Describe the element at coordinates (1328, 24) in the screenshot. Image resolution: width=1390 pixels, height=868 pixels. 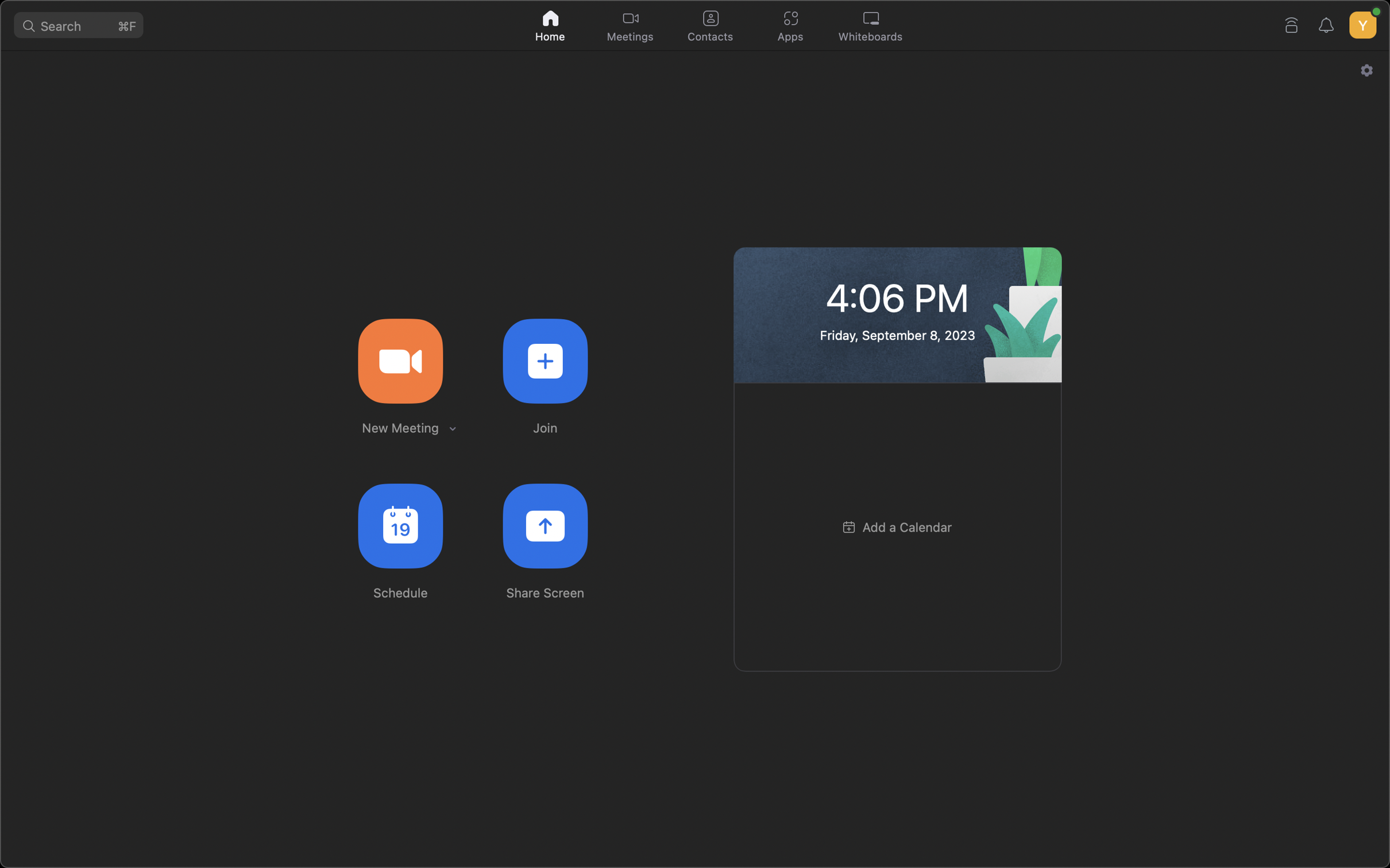
I see `For notifications, click on the bell shaped alert icon` at that location.